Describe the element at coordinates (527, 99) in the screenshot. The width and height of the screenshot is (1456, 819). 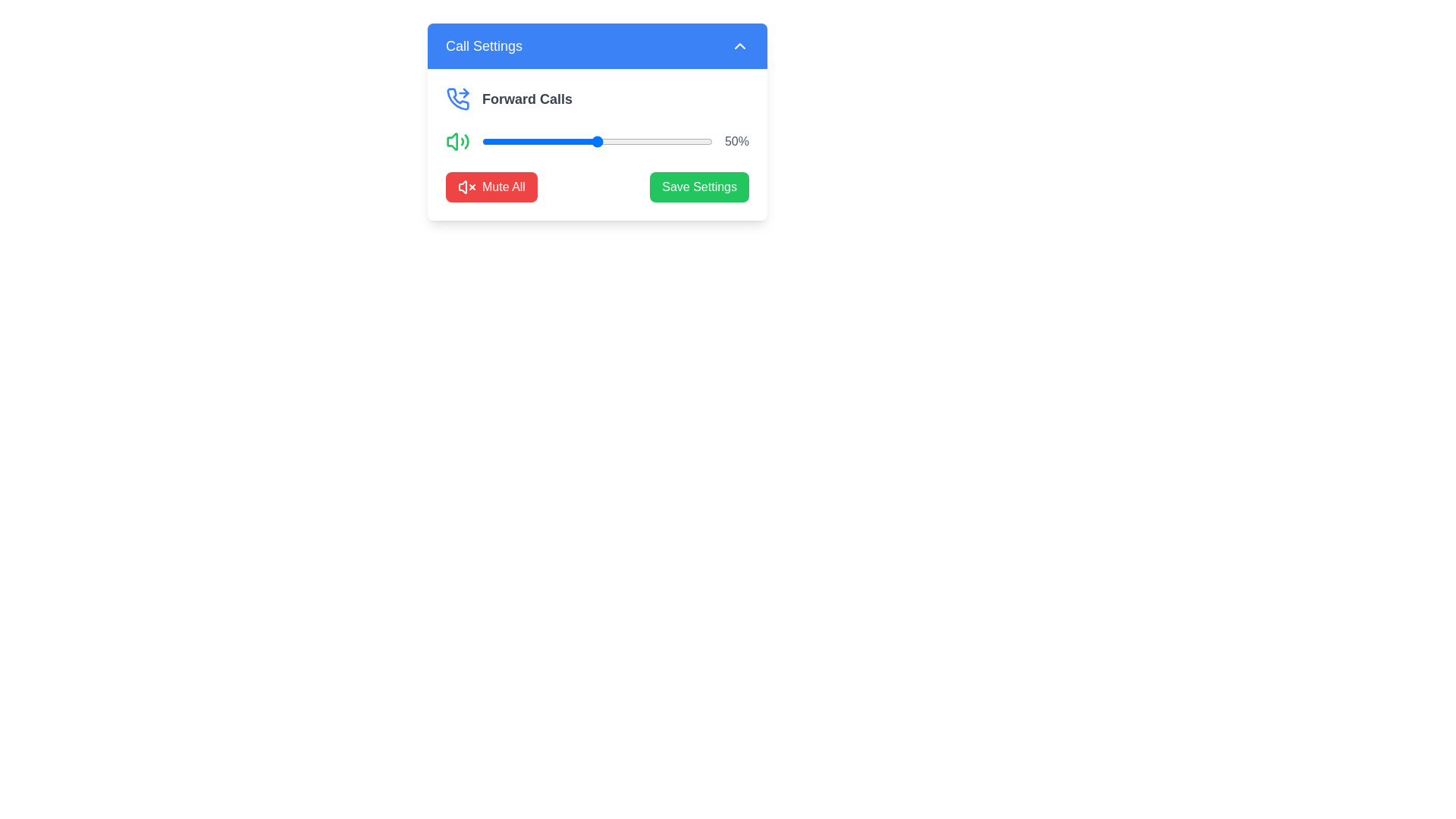
I see `the non-interactive text label that describes the call forwarding feature, located in the top section of the settings panel, next to the blue phone-forwarding icon` at that location.